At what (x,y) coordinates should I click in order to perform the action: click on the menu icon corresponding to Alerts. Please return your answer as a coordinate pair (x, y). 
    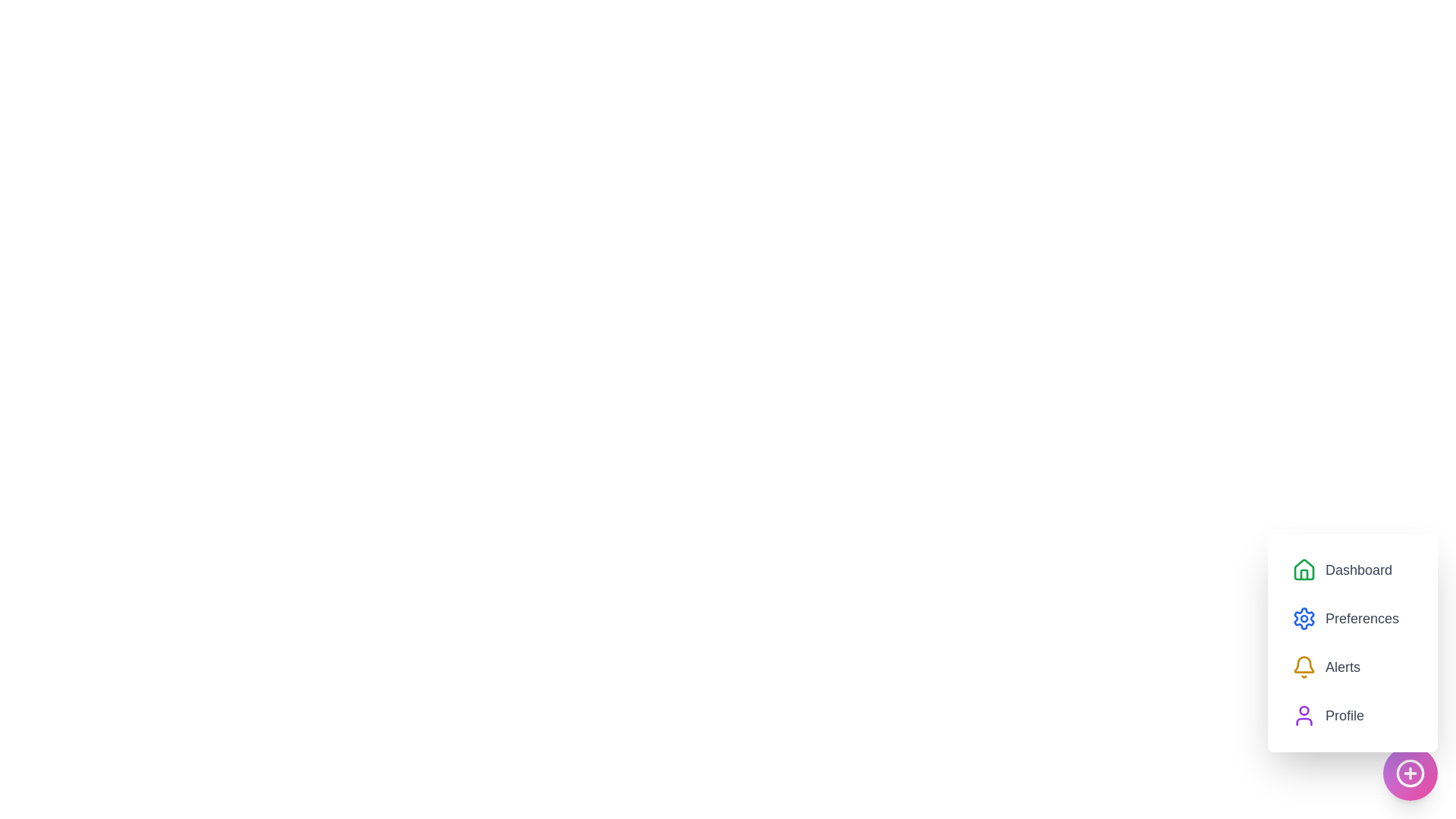
    Looking at the image, I should click on (1303, 666).